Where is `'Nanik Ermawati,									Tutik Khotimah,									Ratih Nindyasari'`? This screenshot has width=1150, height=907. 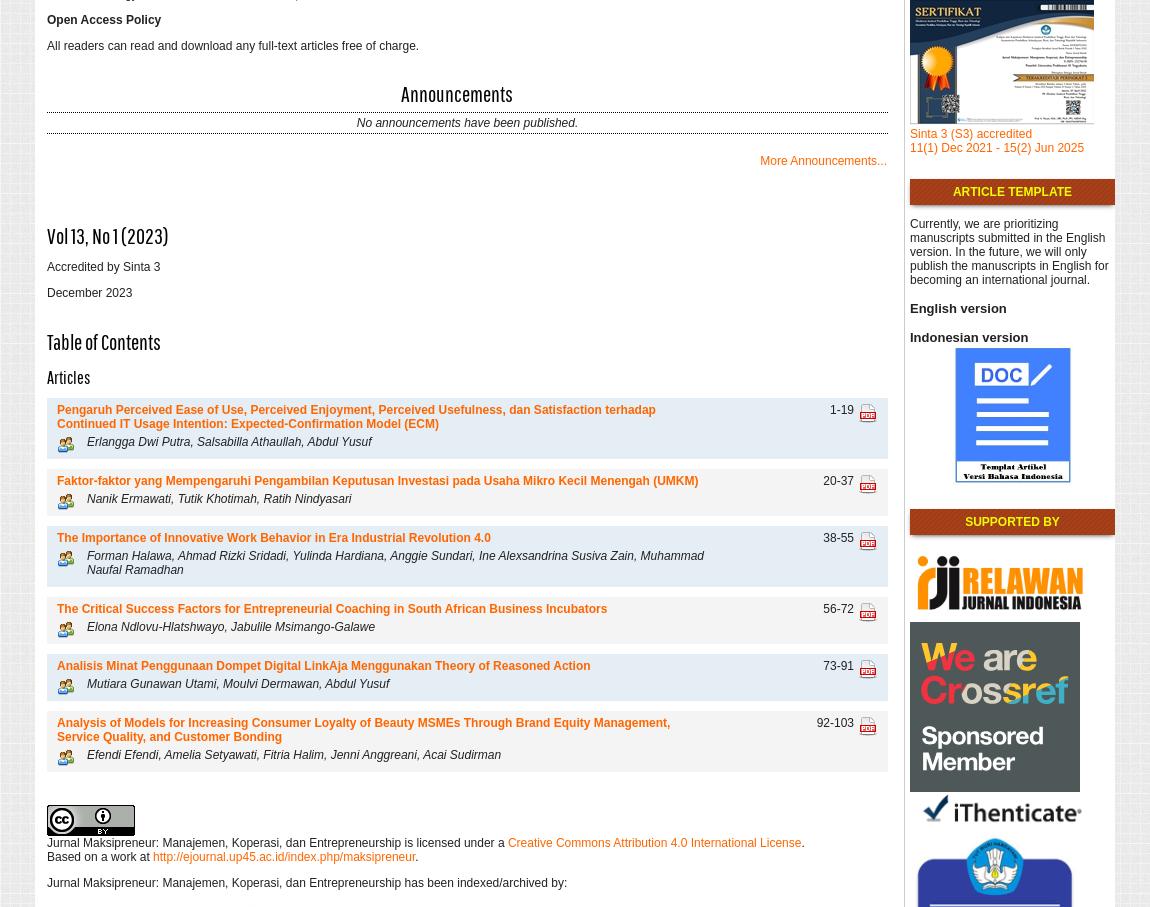 'Nanik Ermawati,									Tutik Khotimah,									Ratih Nindyasari' is located at coordinates (217, 497).